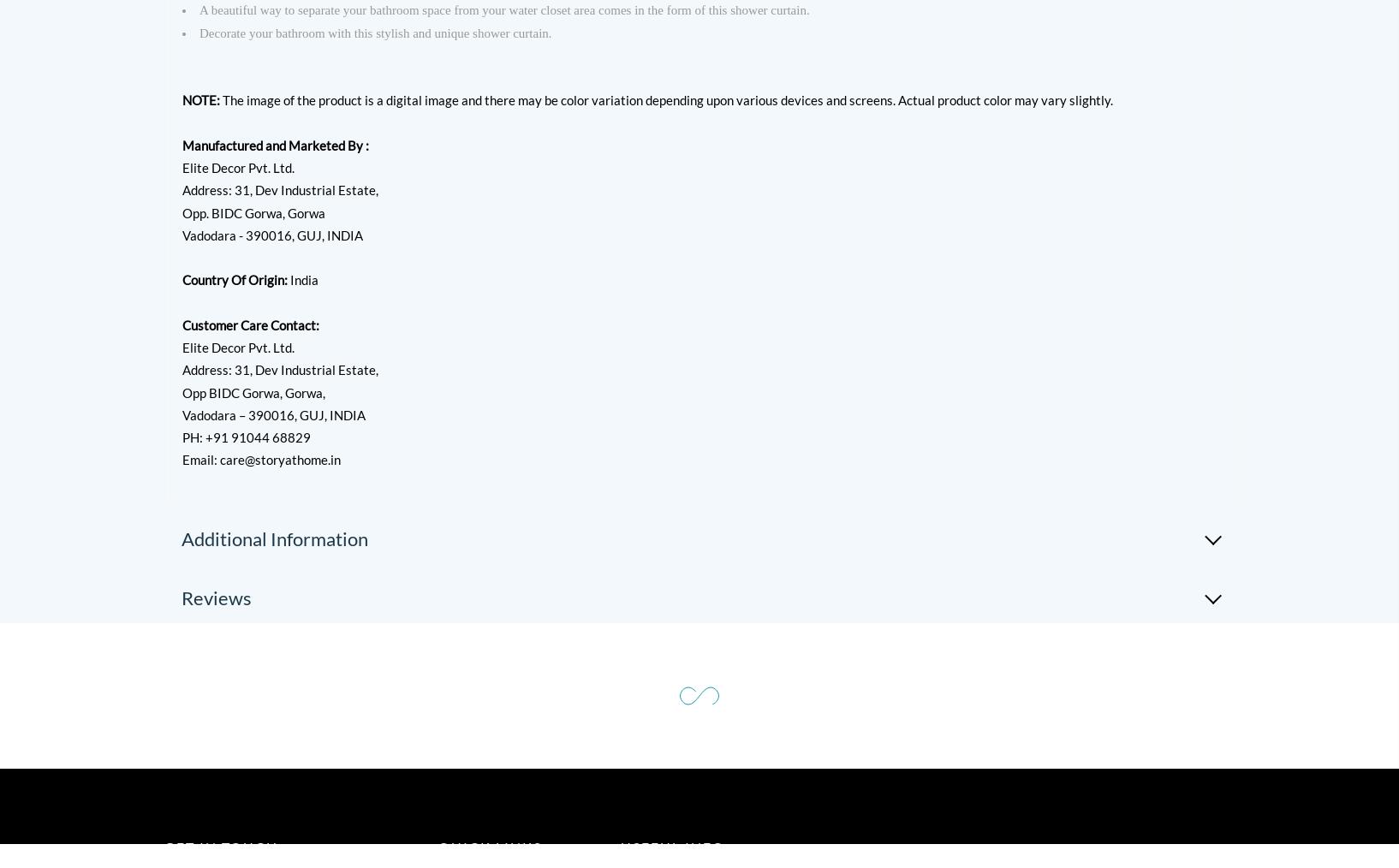 The width and height of the screenshot is (1399, 868). What do you see at coordinates (247, 436) in the screenshot?
I see `'PH: +91 91044 68829'` at bounding box center [247, 436].